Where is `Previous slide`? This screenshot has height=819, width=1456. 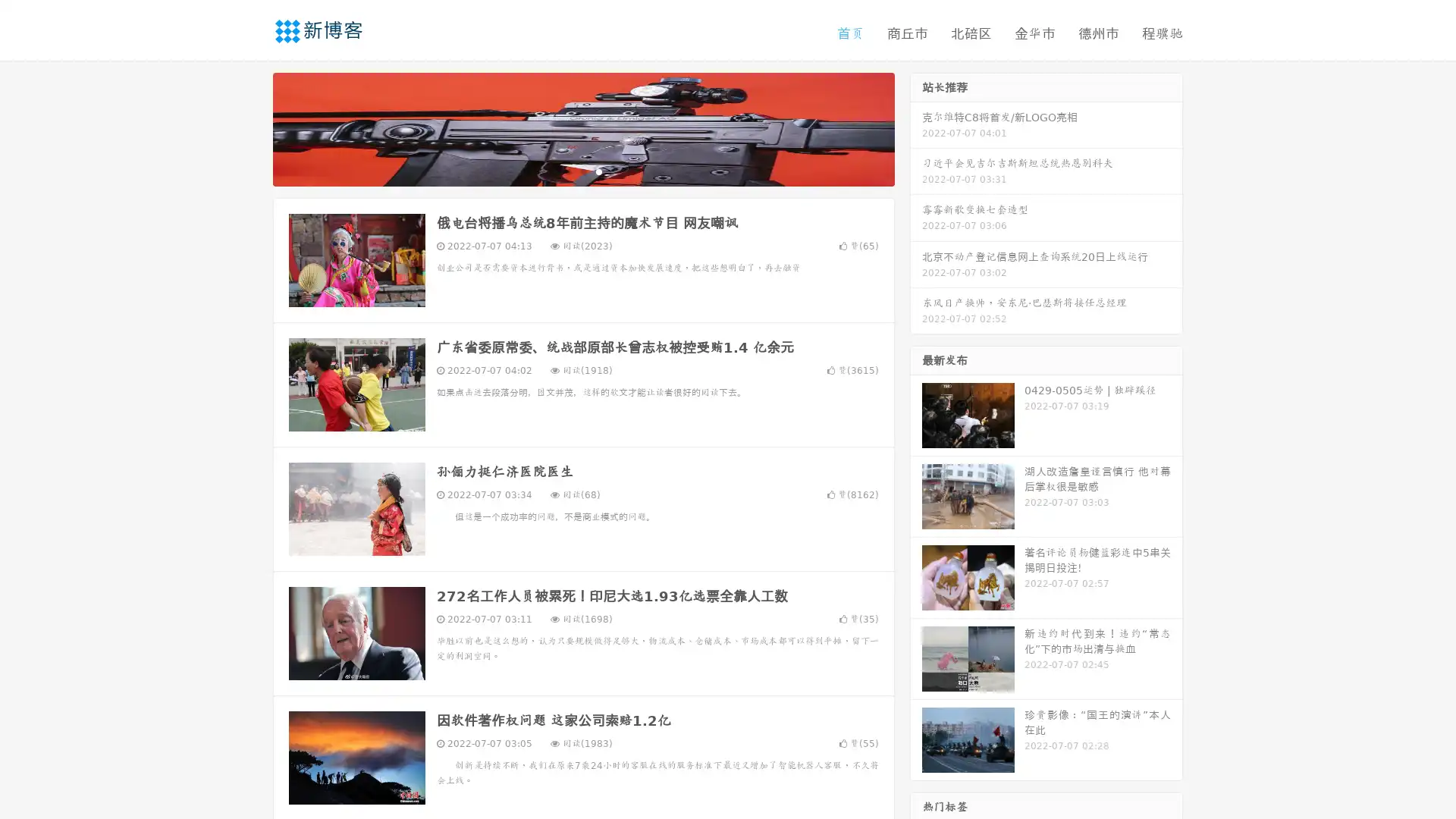 Previous slide is located at coordinates (250, 127).